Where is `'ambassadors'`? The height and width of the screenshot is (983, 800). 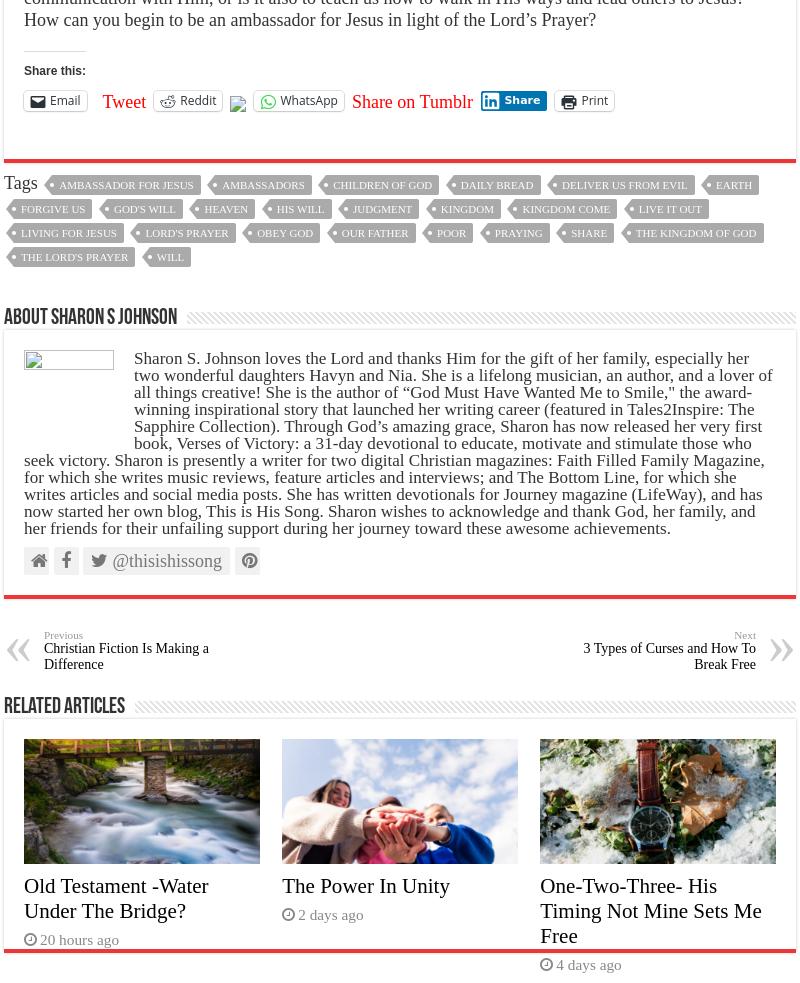 'ambassadors' is located at coordinates (261, 184).